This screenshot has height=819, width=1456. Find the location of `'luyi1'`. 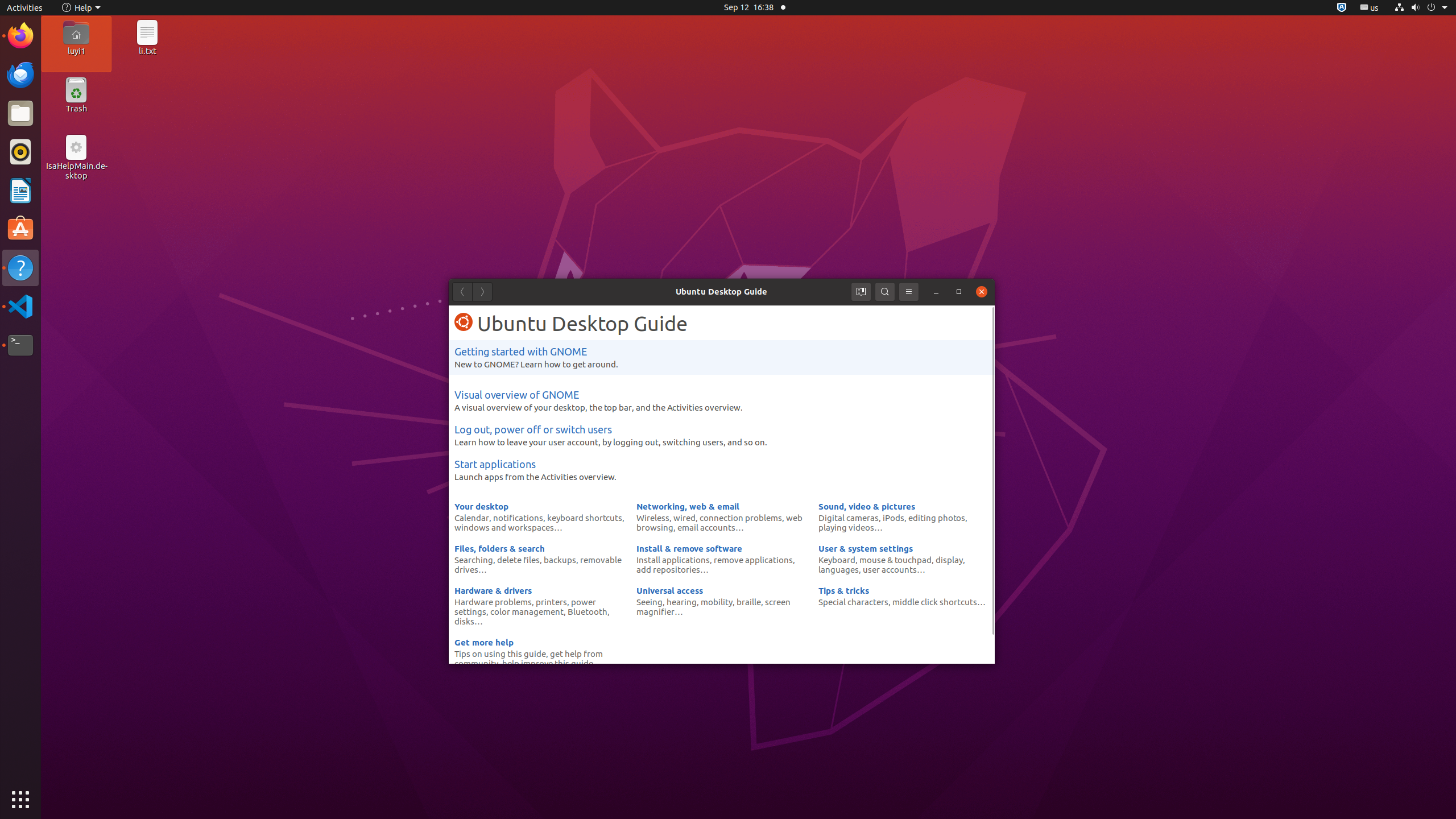

'luyi1' is located at coordinates (76, 50).